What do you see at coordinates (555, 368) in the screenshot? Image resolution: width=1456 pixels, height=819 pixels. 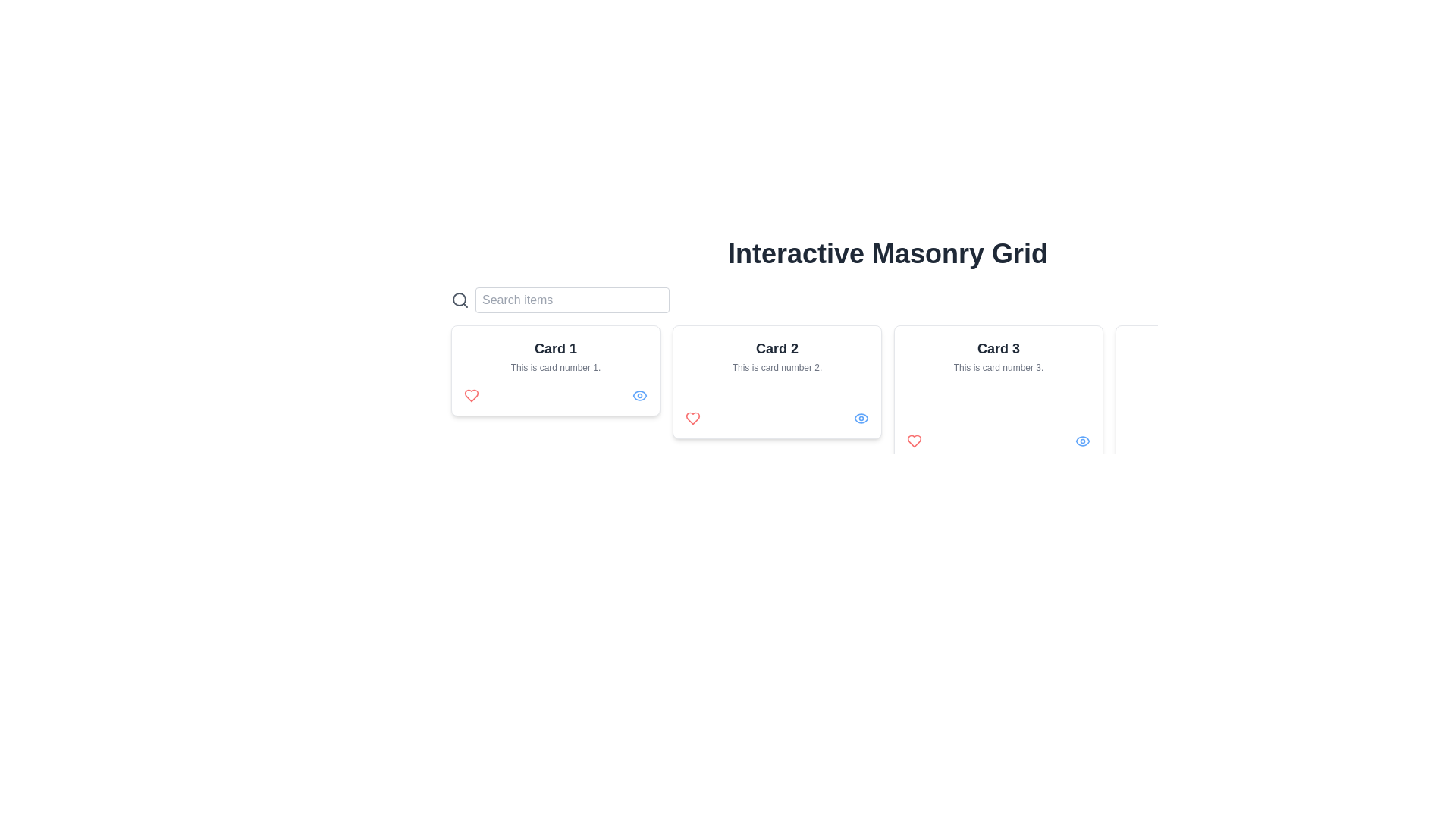 I see `the Text Label located under the heading 'Card 1' in the first card of the horizontal layout` at bounding box center [555, 368].